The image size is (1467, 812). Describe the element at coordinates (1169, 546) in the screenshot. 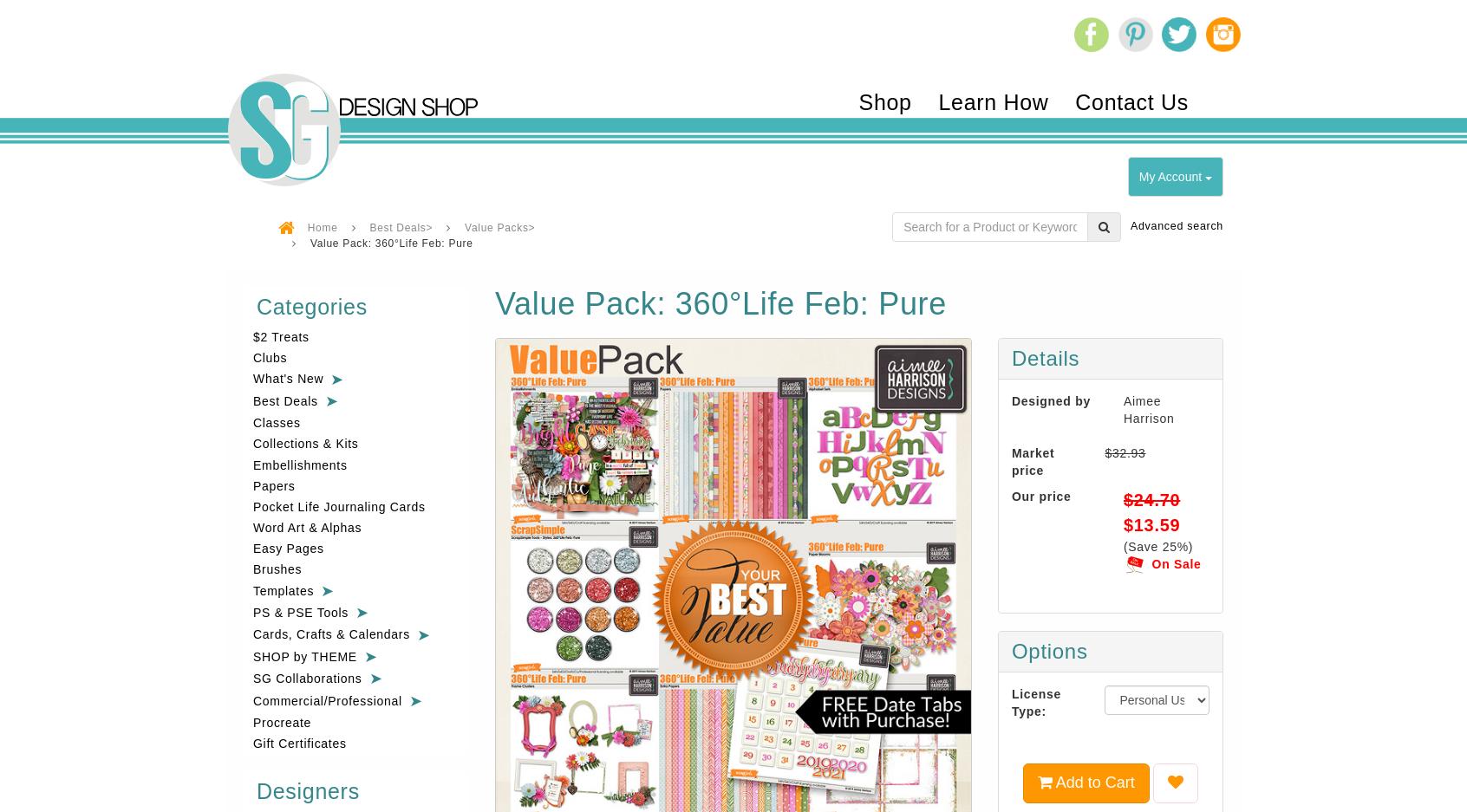

I see `'25'` at that location.